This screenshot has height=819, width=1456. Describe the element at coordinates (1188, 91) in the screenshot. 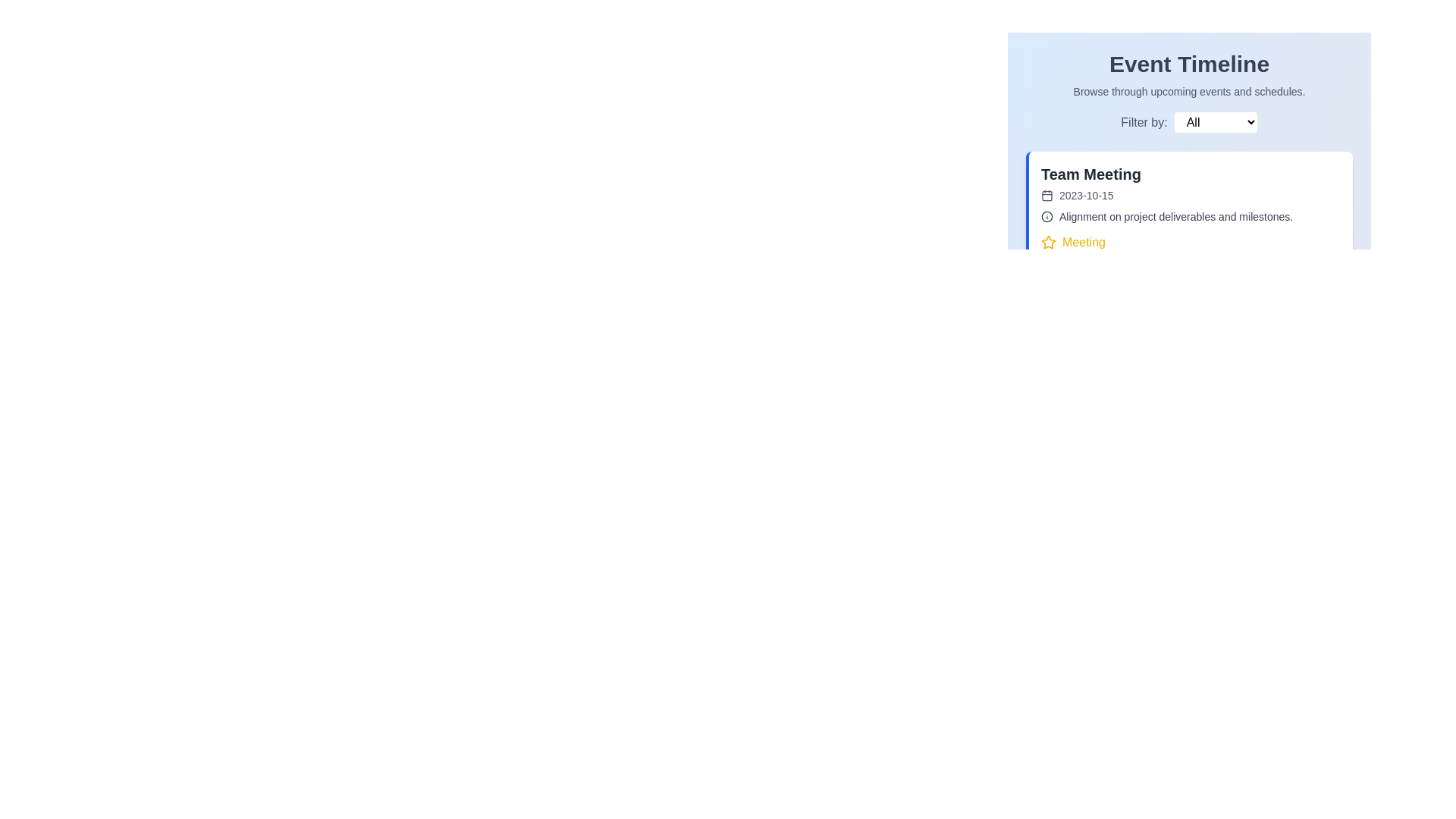

I see `the static informational text that describes 'upcoming events and schedules', located below the heading 'Event Timeline'` at that location.